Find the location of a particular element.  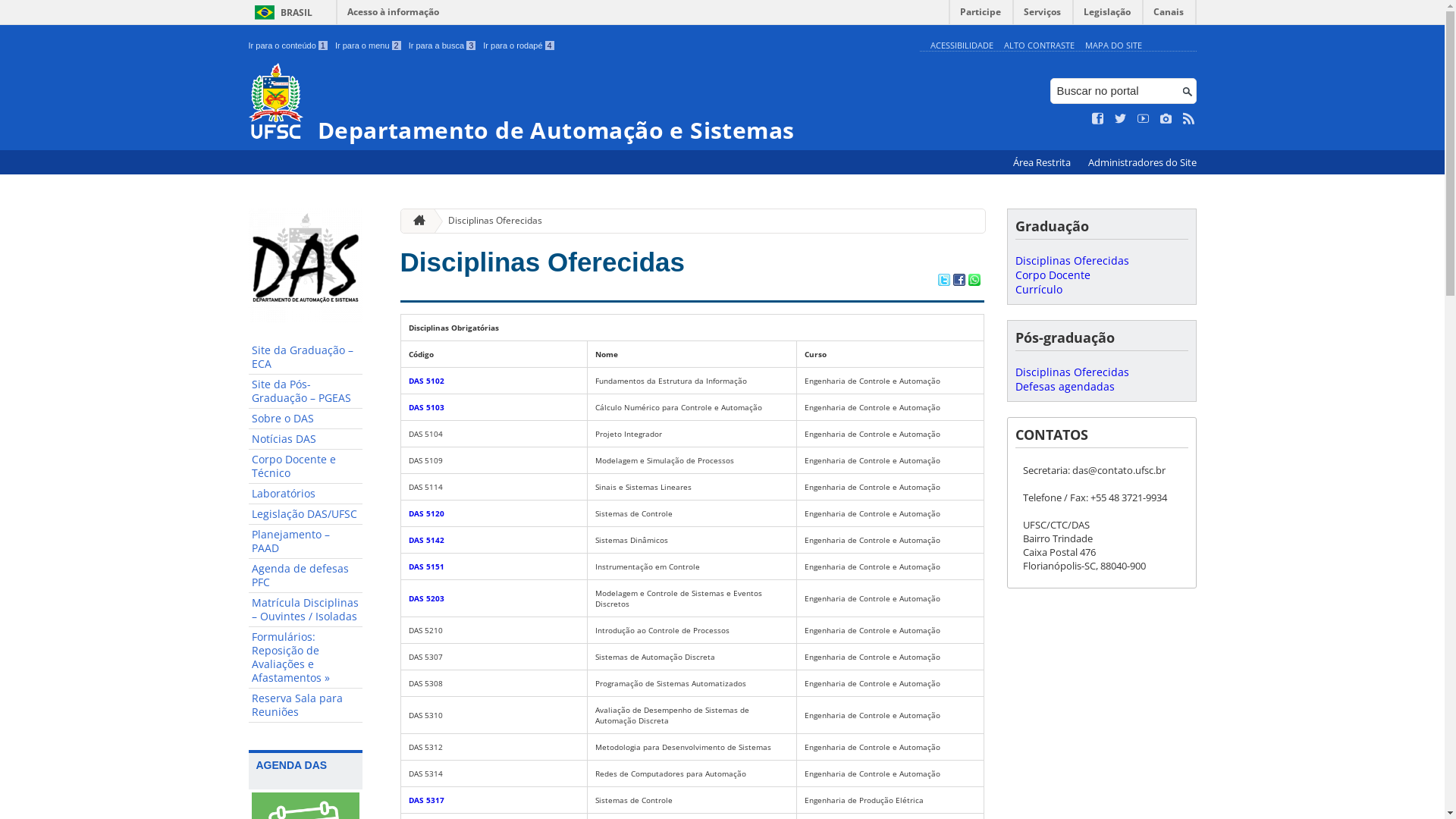

'Canais' is located at coordinates (1168, 15).